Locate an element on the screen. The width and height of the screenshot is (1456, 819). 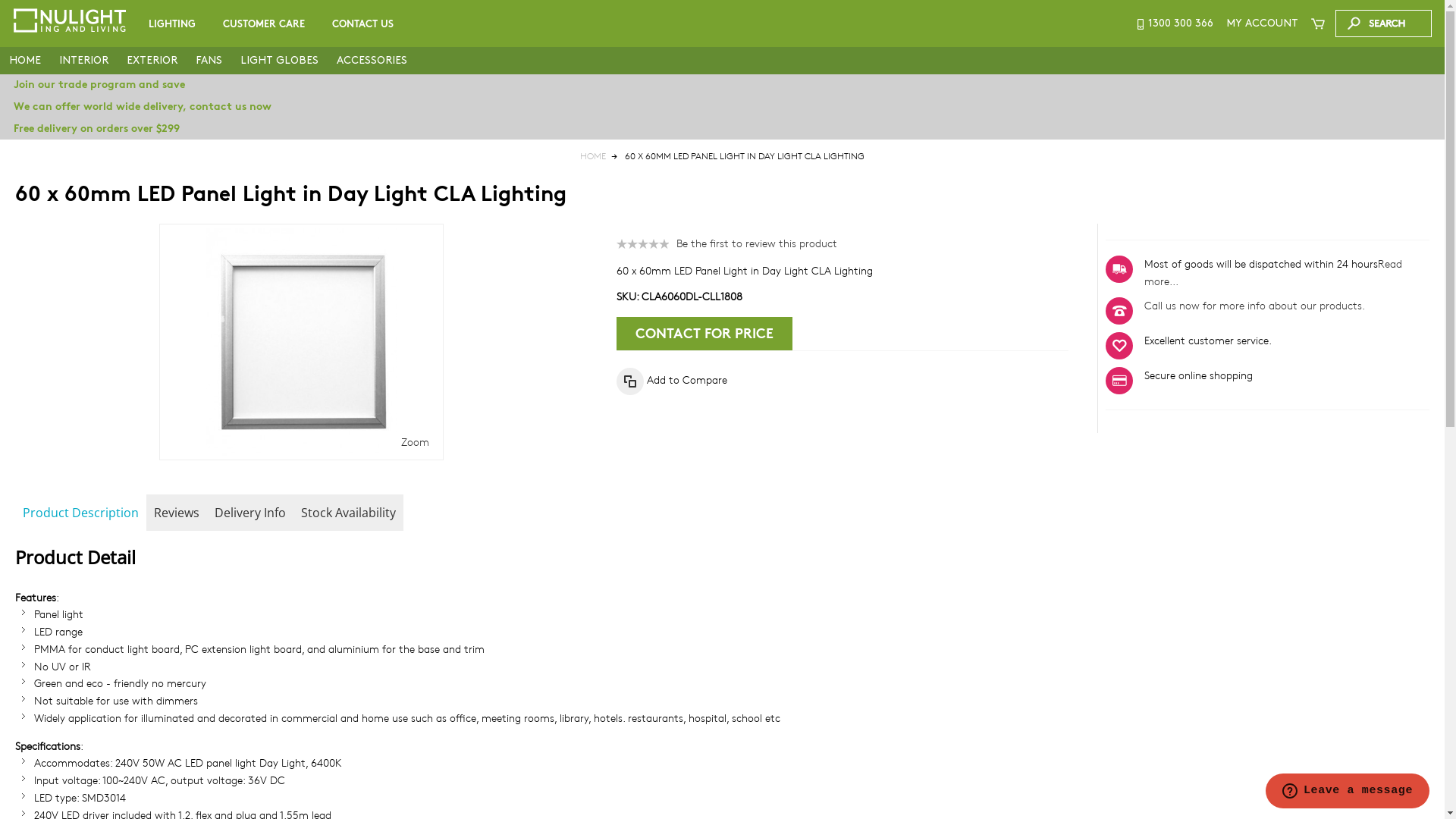
'Reviews' is located at coordinates (177, 512).